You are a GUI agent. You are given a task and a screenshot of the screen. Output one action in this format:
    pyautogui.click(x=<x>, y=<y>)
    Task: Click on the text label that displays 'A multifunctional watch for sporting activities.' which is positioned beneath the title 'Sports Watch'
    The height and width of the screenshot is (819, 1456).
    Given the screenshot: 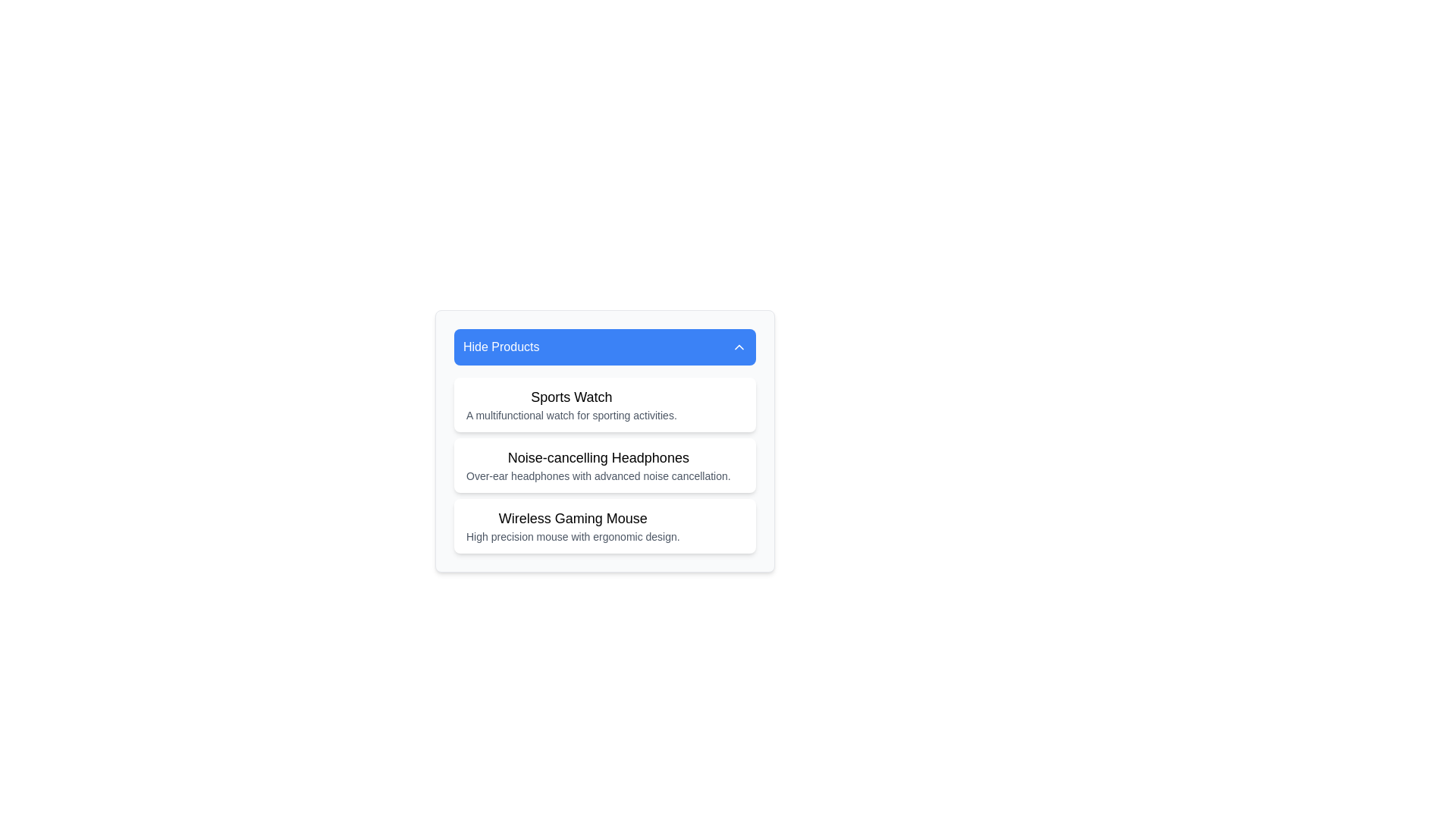 What is the action you would take?
    pyautogui.click(x=570, y=415)
    